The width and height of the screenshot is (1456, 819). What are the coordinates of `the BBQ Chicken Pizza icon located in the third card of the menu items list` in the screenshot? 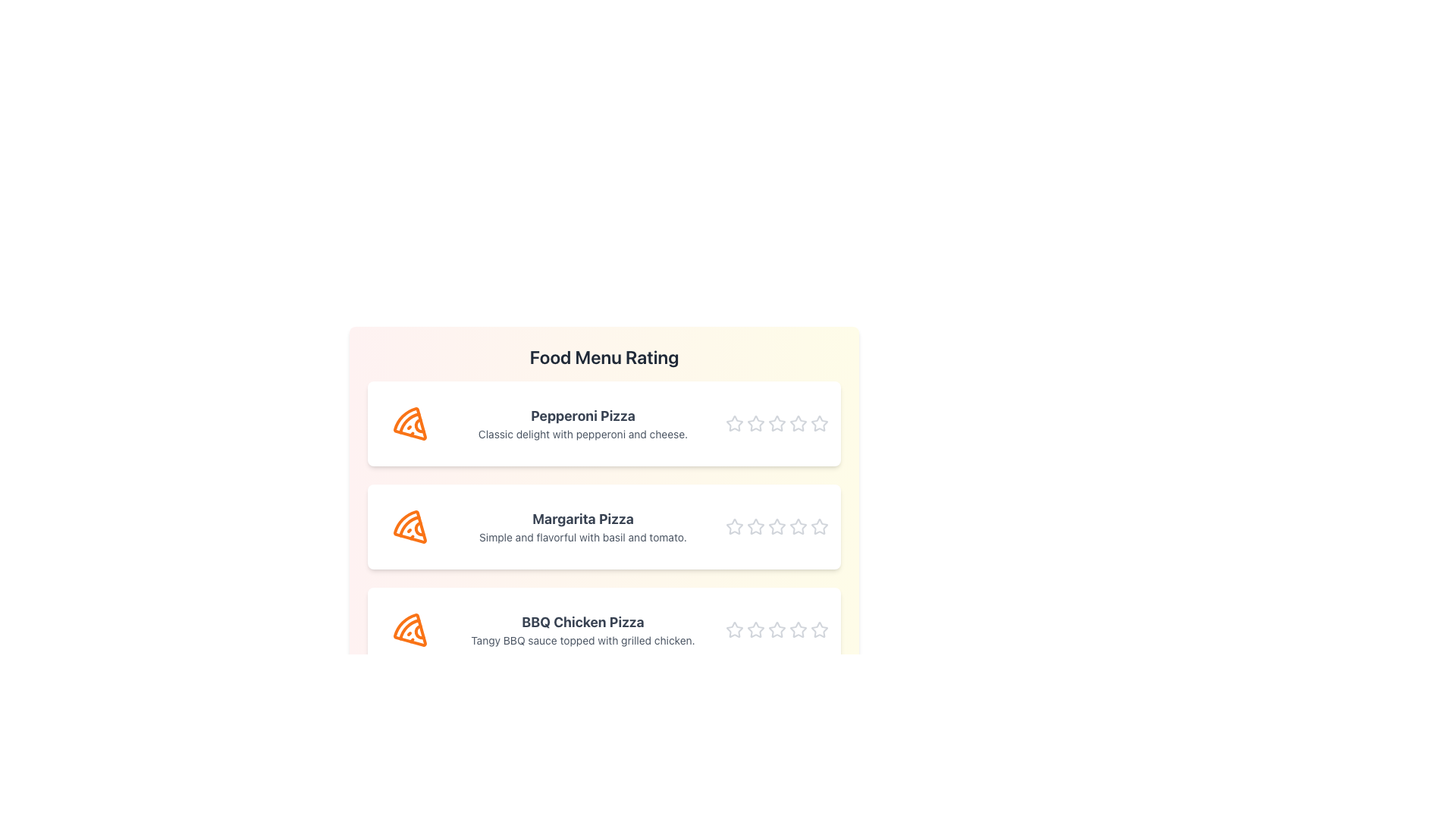 It's located at (410, 629).